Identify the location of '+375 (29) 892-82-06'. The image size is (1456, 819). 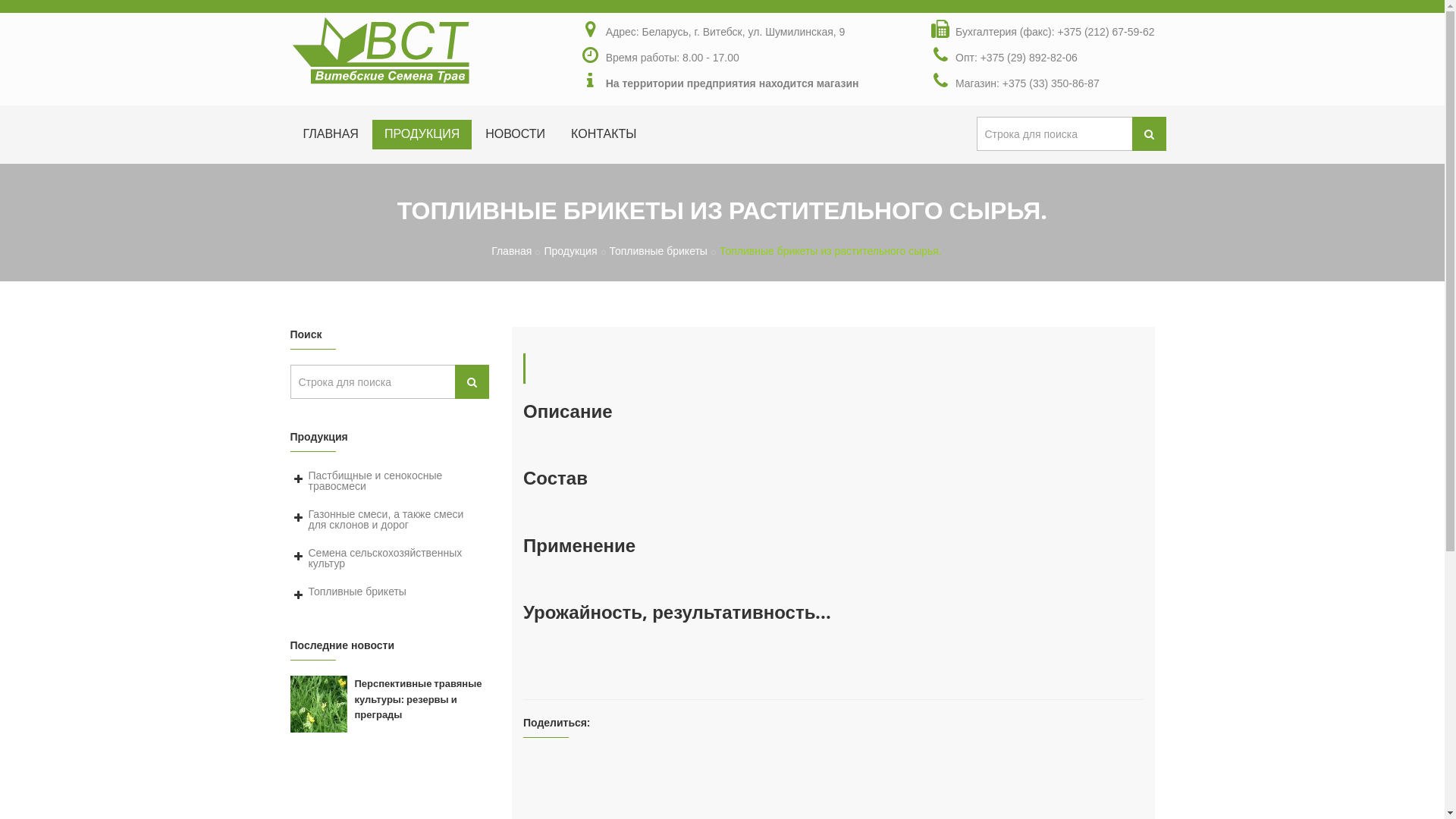
(1029, 57).